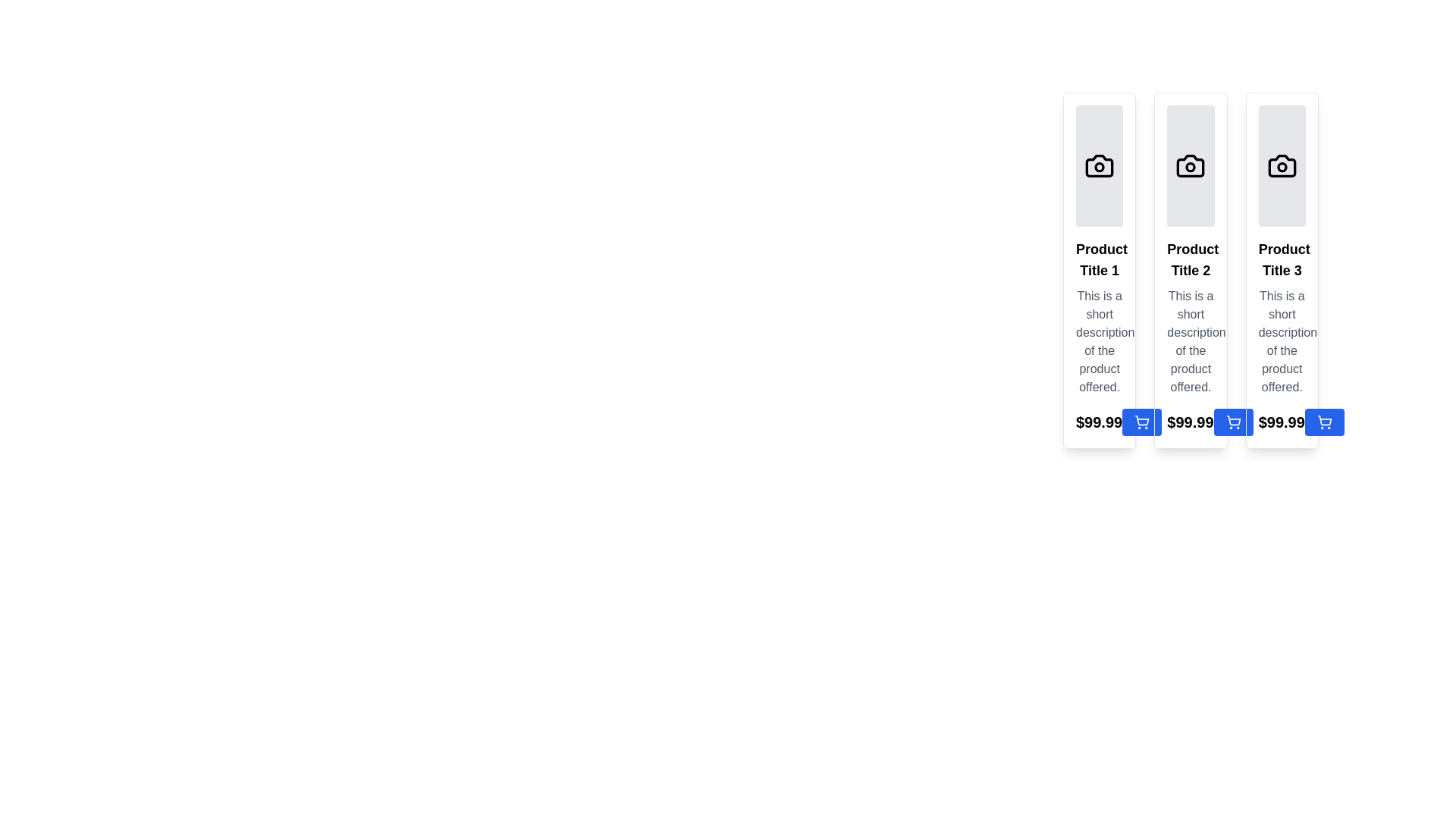 The height and width of the screenshot is (819, 1456). I want to click on the price Text Label displaying '$99.99' located at the bottom center of the product card labeled 'Product Title 2', so click(1190, 422).